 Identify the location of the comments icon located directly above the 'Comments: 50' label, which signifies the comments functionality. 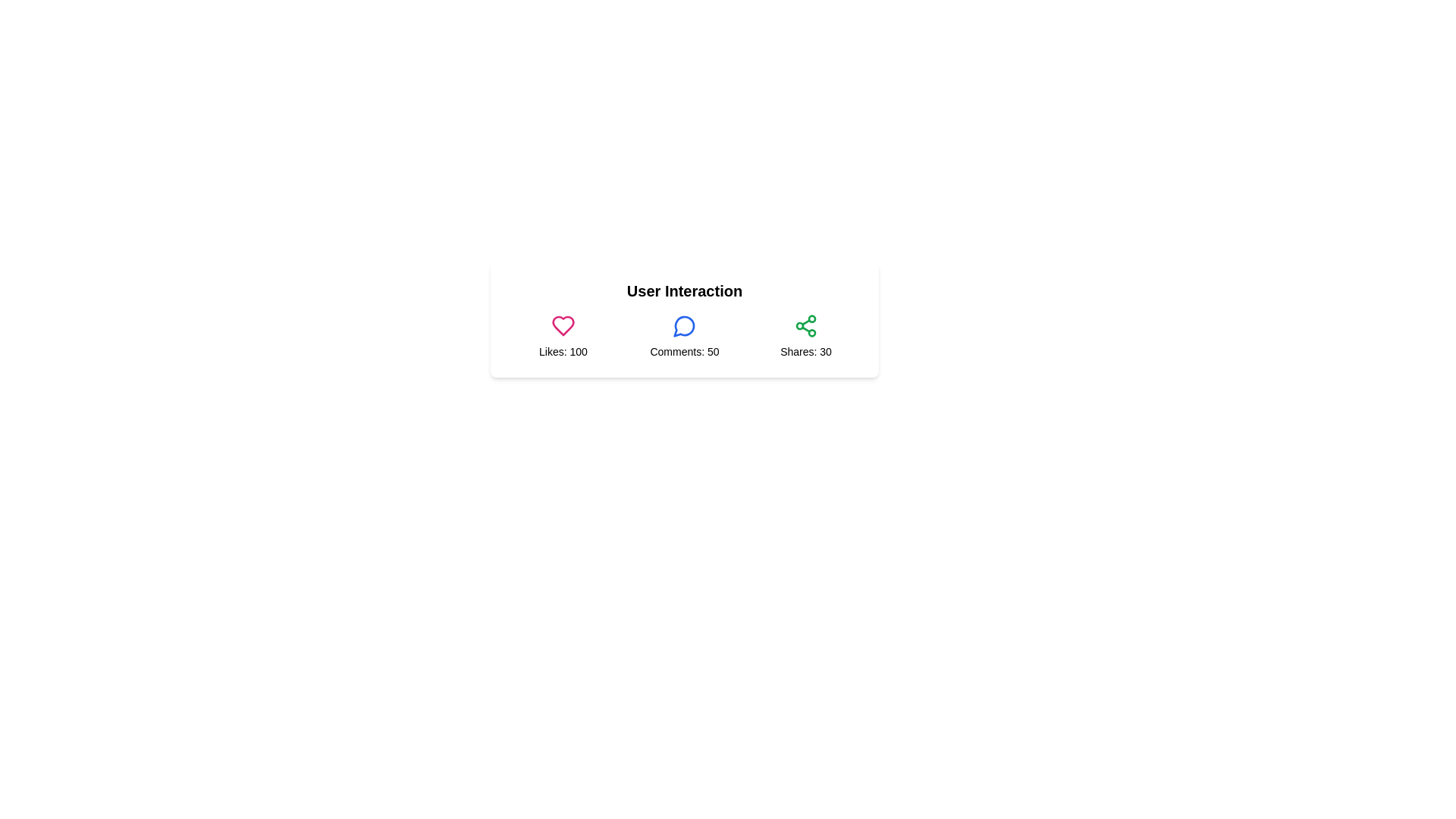
(683, 325).